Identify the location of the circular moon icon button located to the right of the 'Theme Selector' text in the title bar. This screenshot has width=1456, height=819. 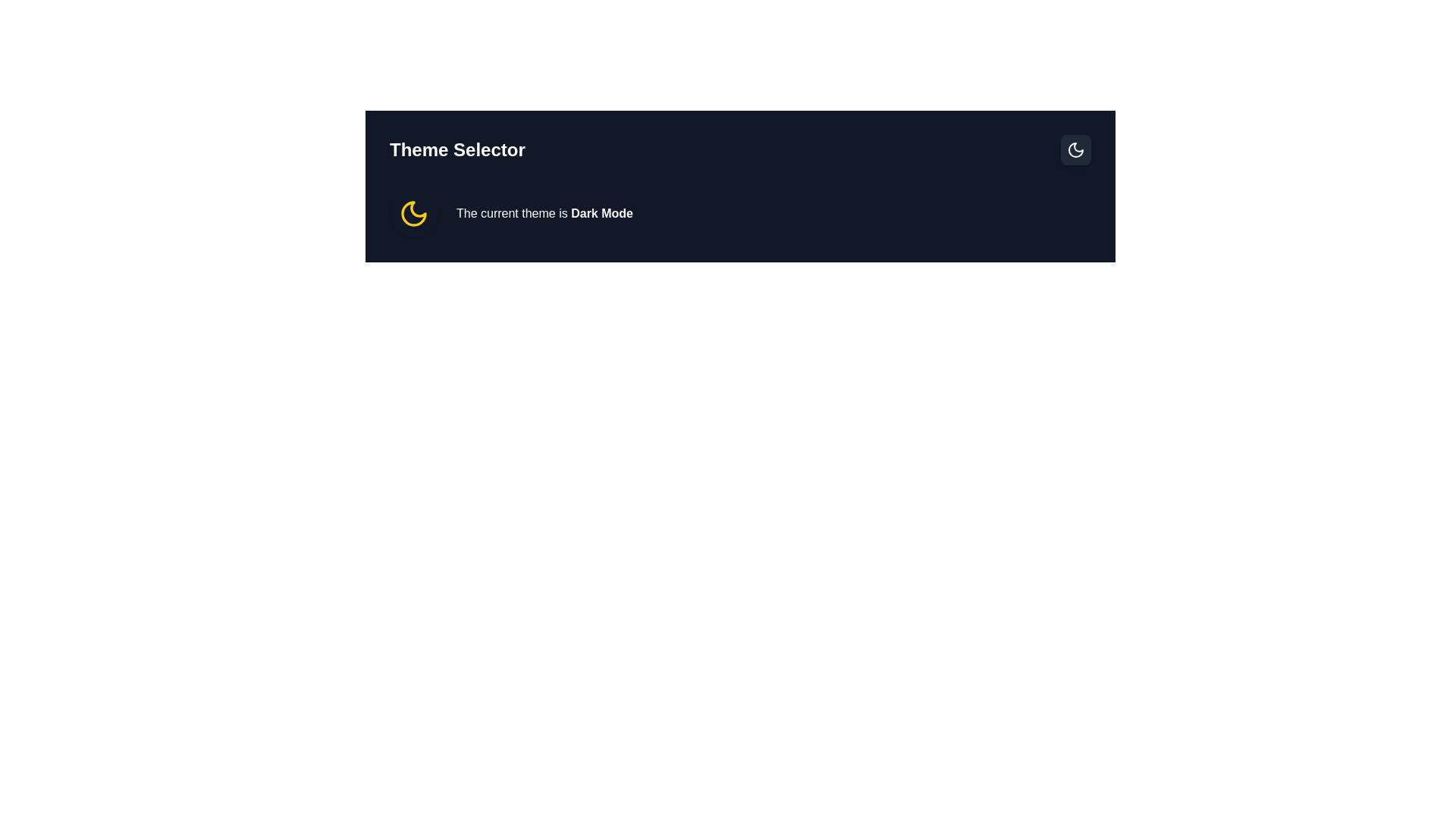
(1075, 149).